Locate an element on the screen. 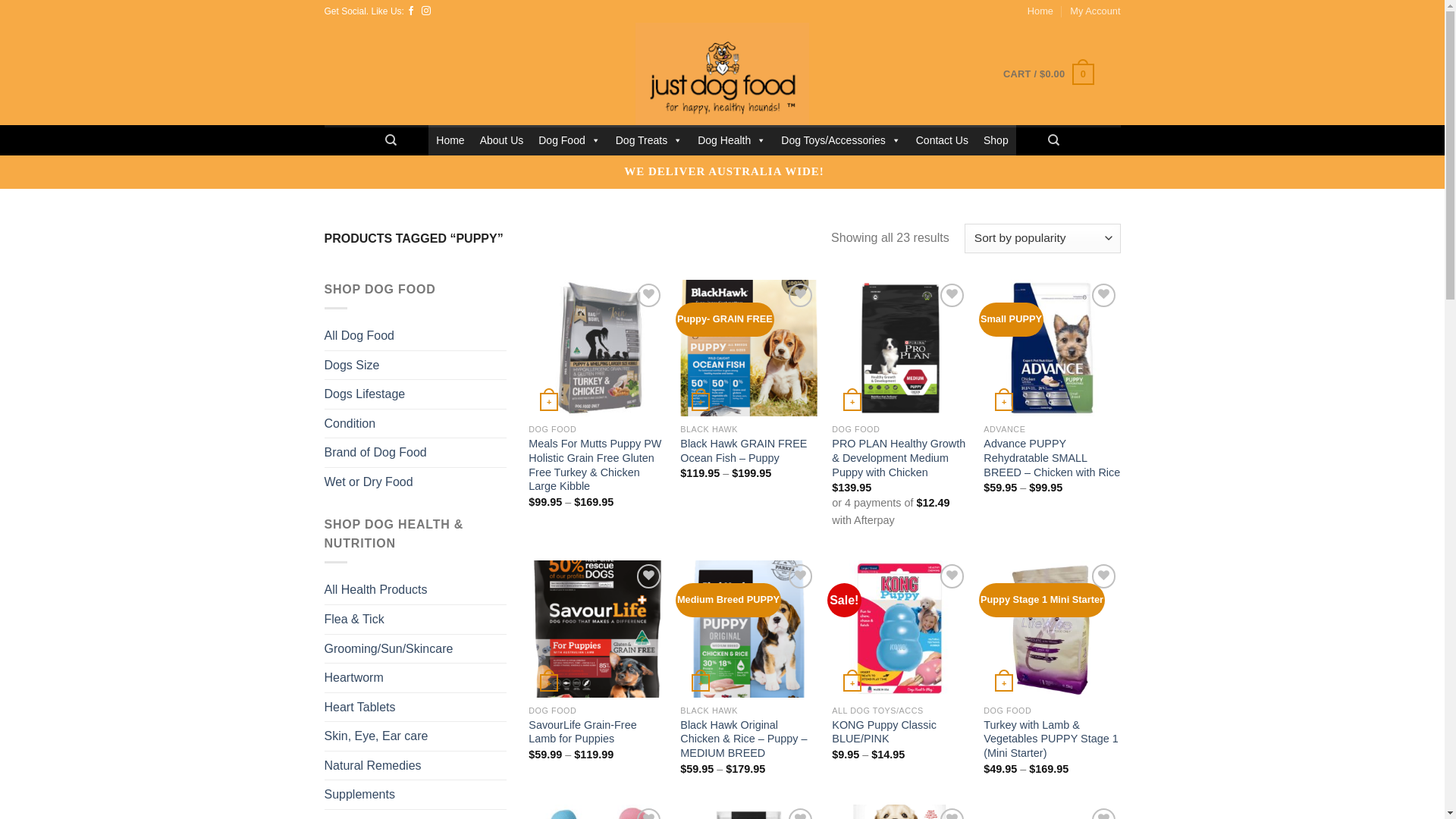 This screenshot has width=1456, height=819. 'Follow on Instagram' is located at coordinates (425, 11).